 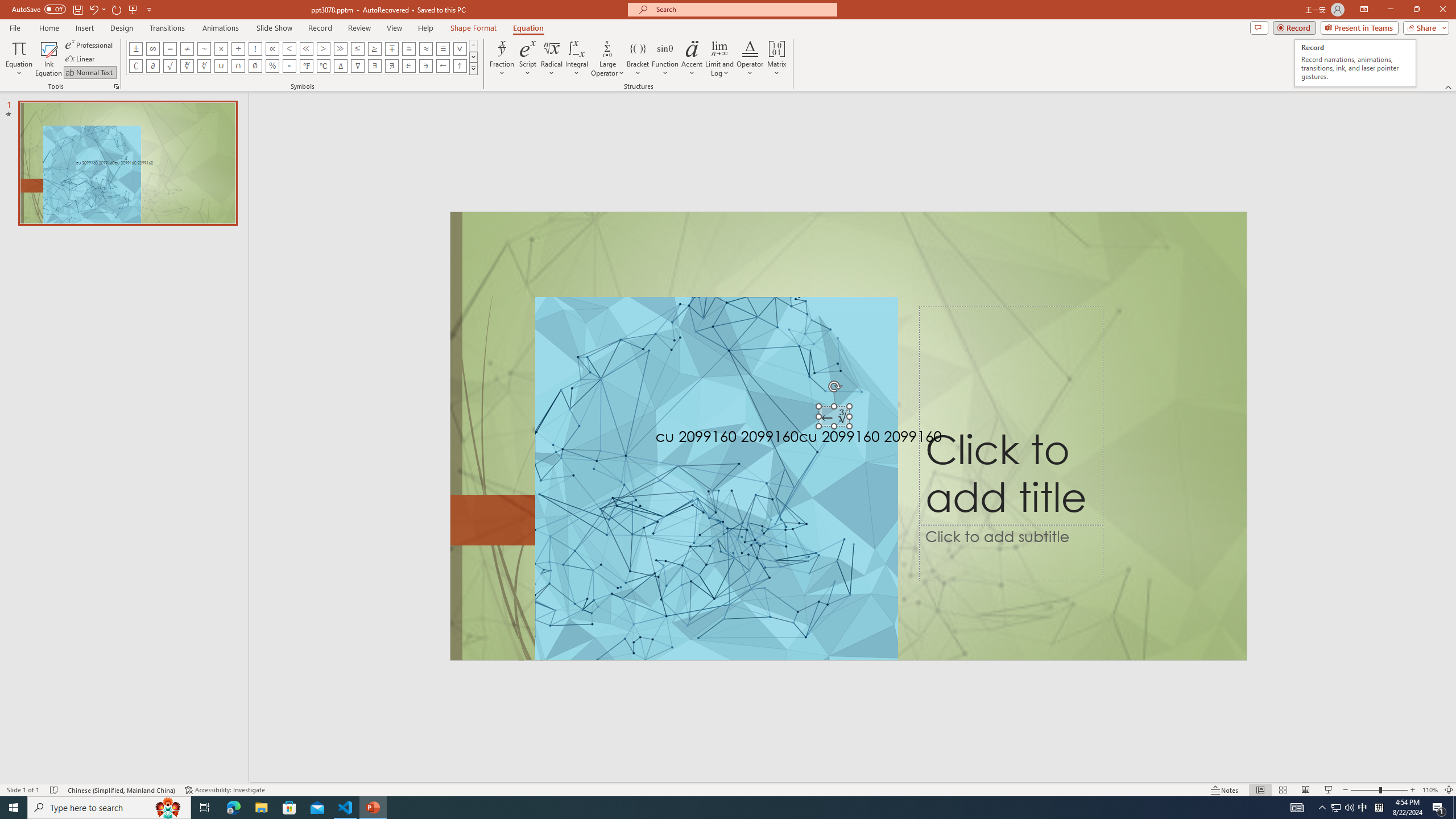 I want to click on 'Linear', so click(x=81, y=59).